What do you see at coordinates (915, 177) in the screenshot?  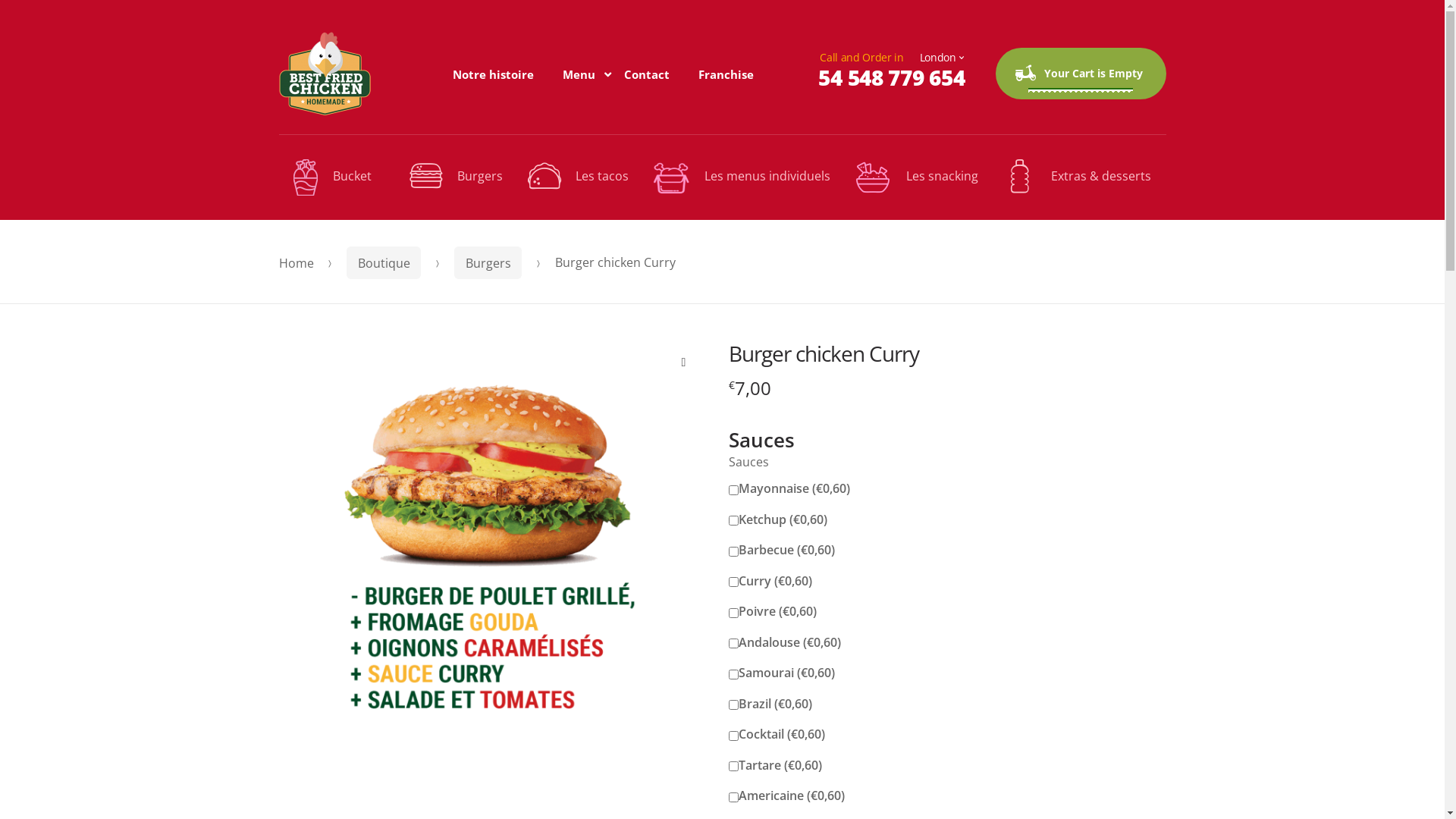 I see `'Les snacking'` at bounding box center [915, 177].